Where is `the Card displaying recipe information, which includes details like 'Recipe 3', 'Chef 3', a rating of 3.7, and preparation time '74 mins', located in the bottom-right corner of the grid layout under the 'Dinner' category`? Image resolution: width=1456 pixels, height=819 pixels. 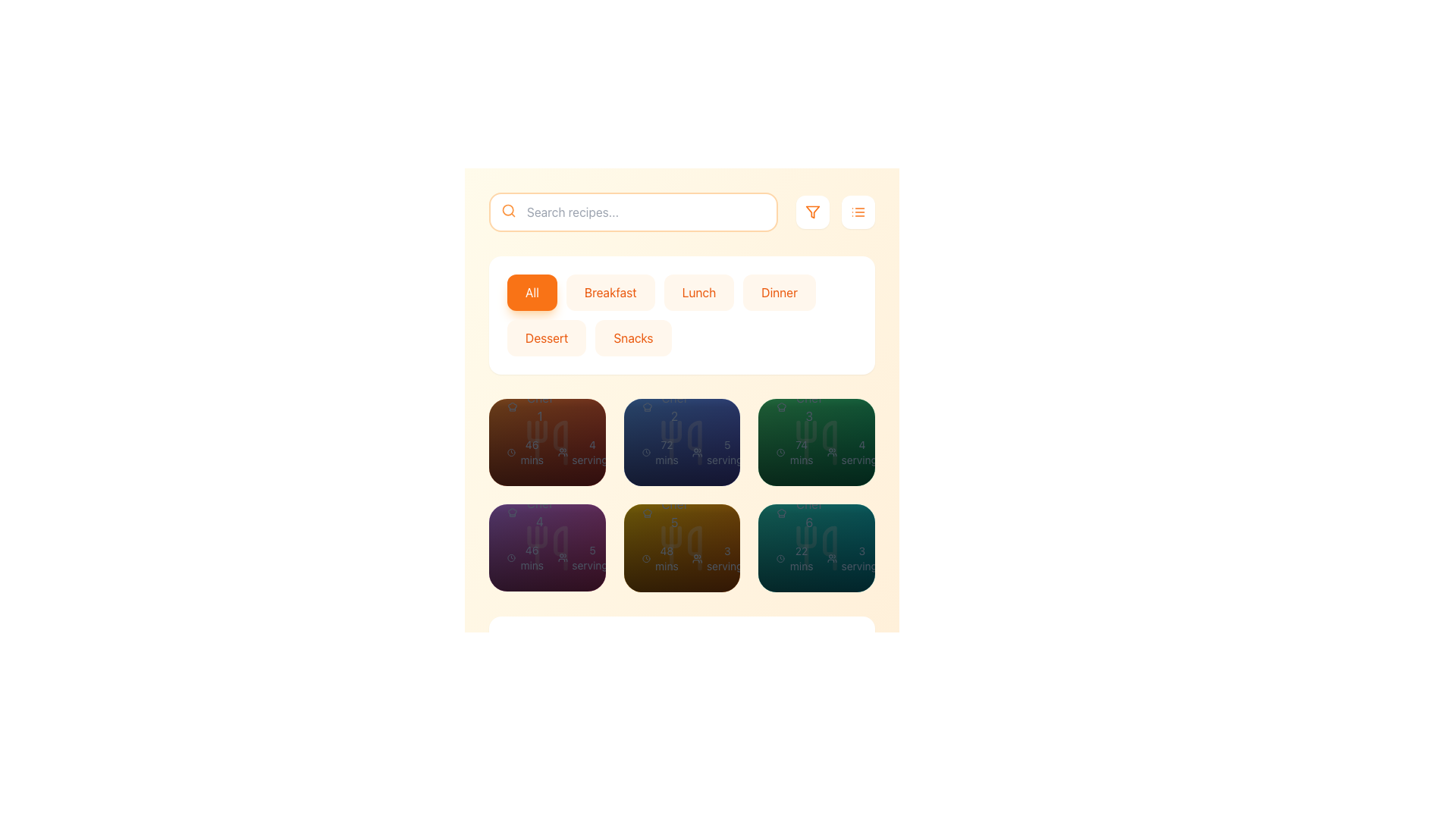 the Card displaying recipe information, which includes details like 'Recipe 3', 'Chef 3', a rating of 3.7, and preparation time '74 mins', located in the bottom-right corner of the grid layout under the 'Dinner' category is located at coordinates (816, 406).